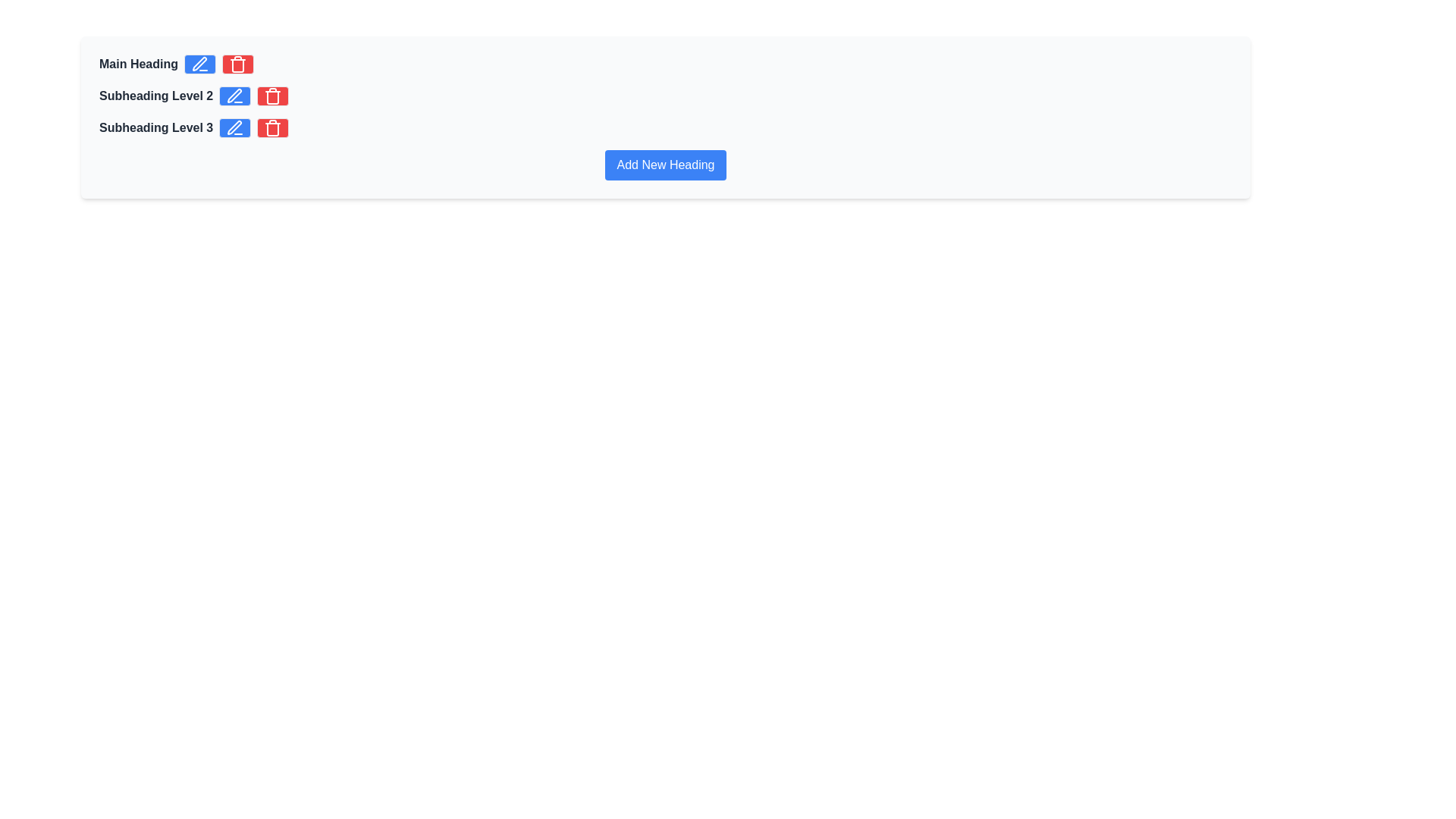 The image size is (1456, 819). What do you see at coordinates (234, 127) in the screenshot?
I see `the edit button located to the right of the 'Subheading Level 3' text` at bounding box center [234, 127].